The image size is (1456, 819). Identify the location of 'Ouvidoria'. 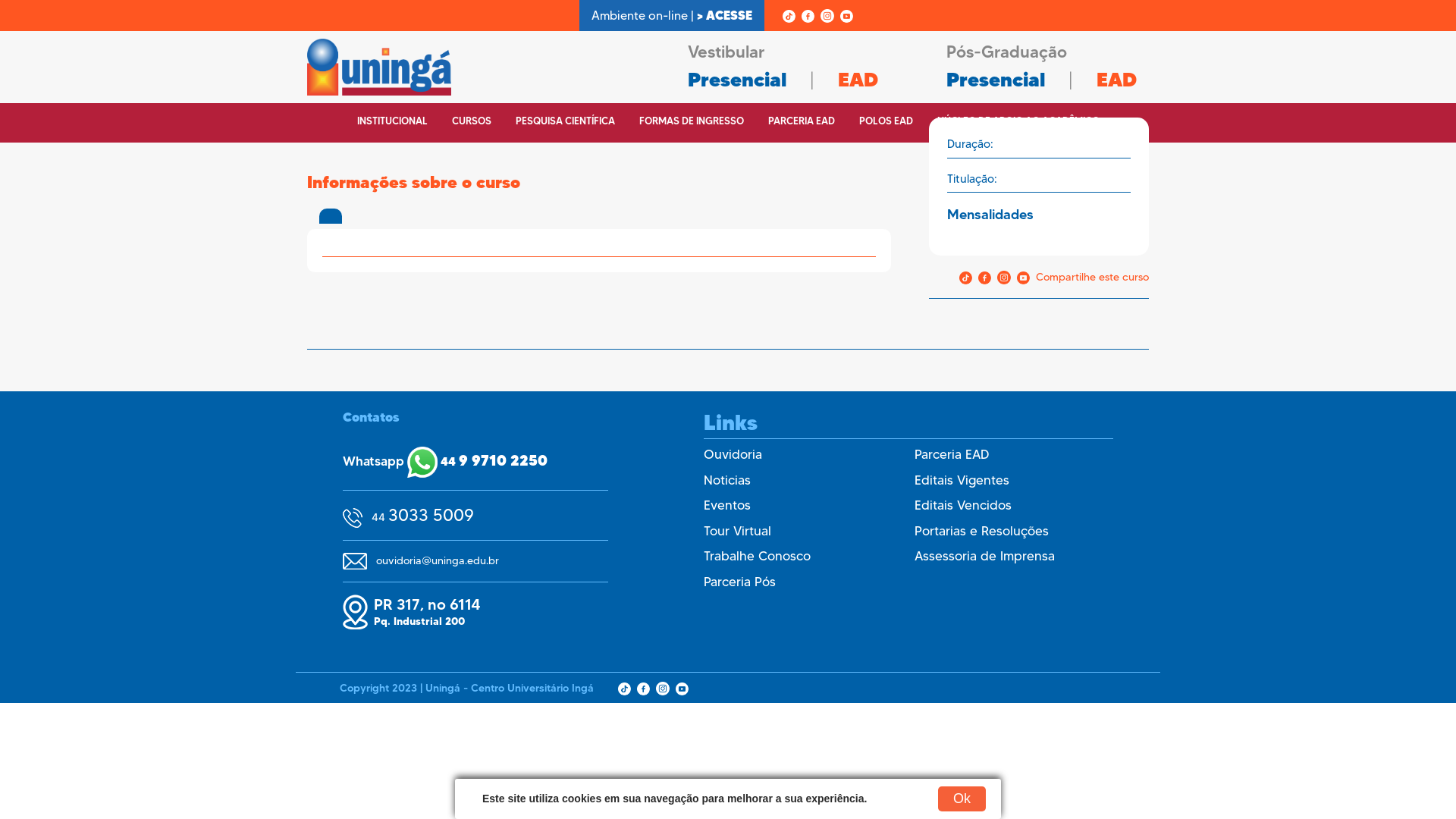
(802, 454).